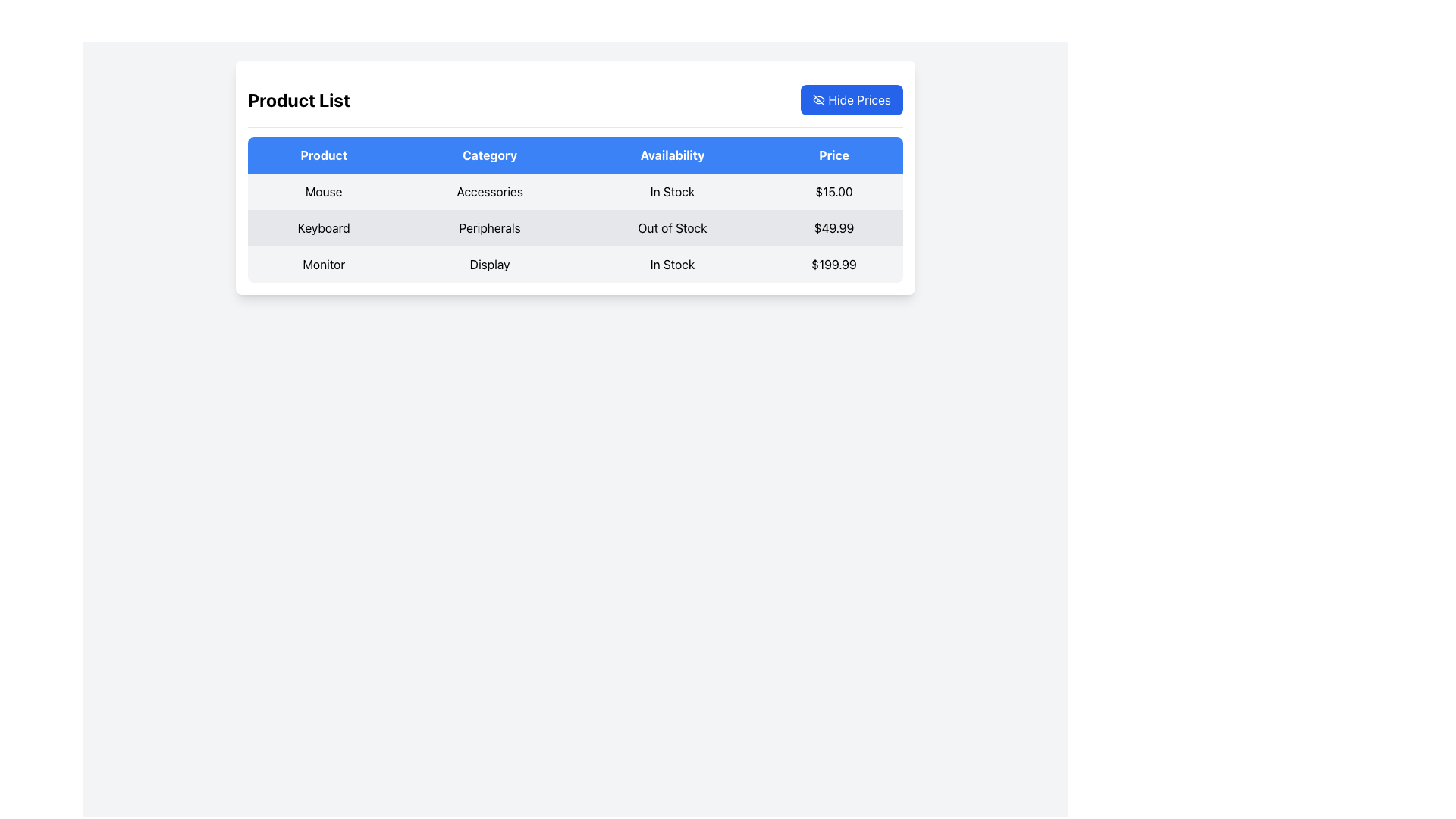 Image resolution: width=1456 pixels, height=819 pixels. I want to click on the 'Price' header label in the table to emphasize it, which is the last column in the header row indicating price-related information, so click(833, 155).